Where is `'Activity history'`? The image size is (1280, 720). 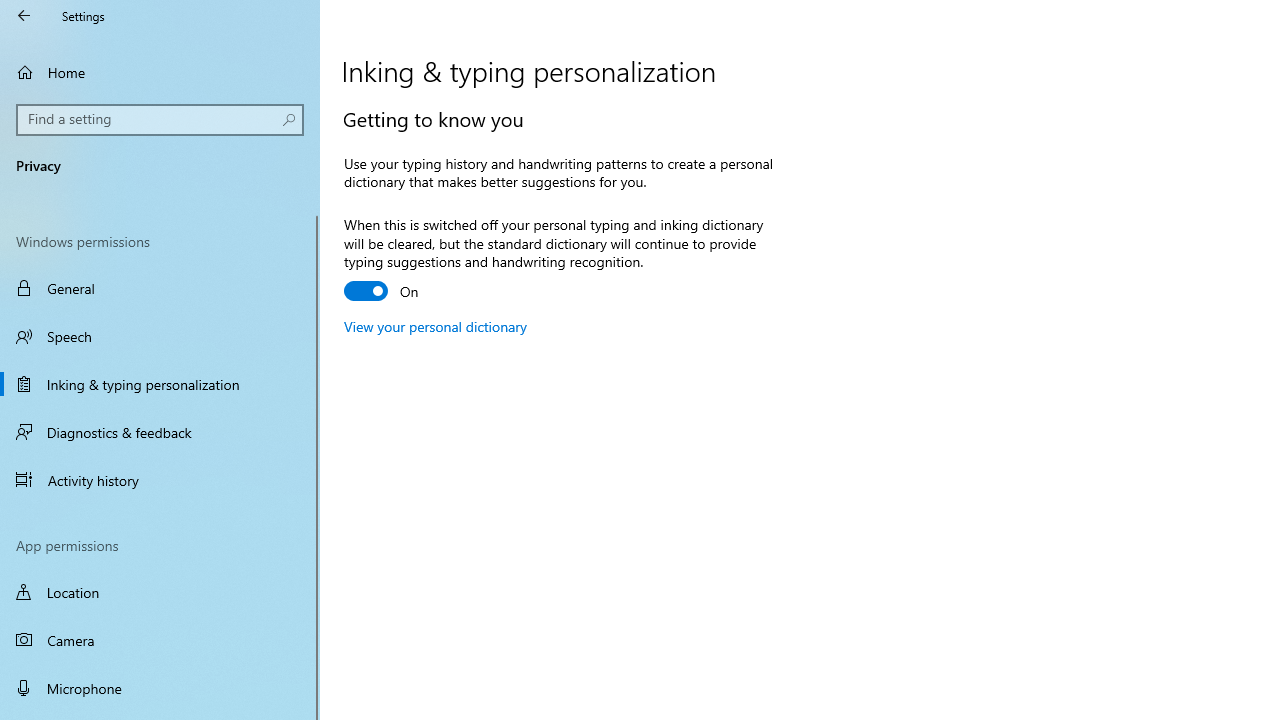 'Activity history' is located at coordinates (160, 479).